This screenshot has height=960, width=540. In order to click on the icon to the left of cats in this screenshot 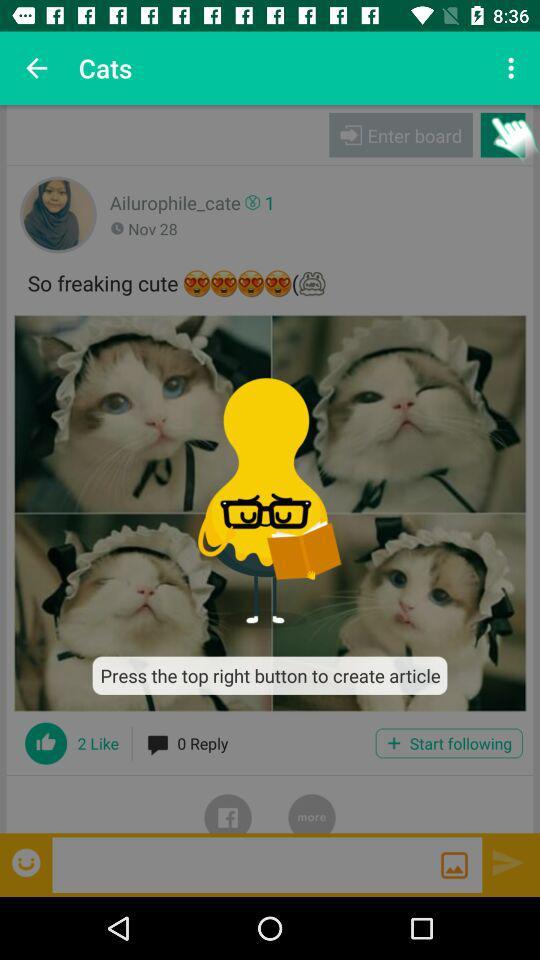, I will do `click(36, 68)`.